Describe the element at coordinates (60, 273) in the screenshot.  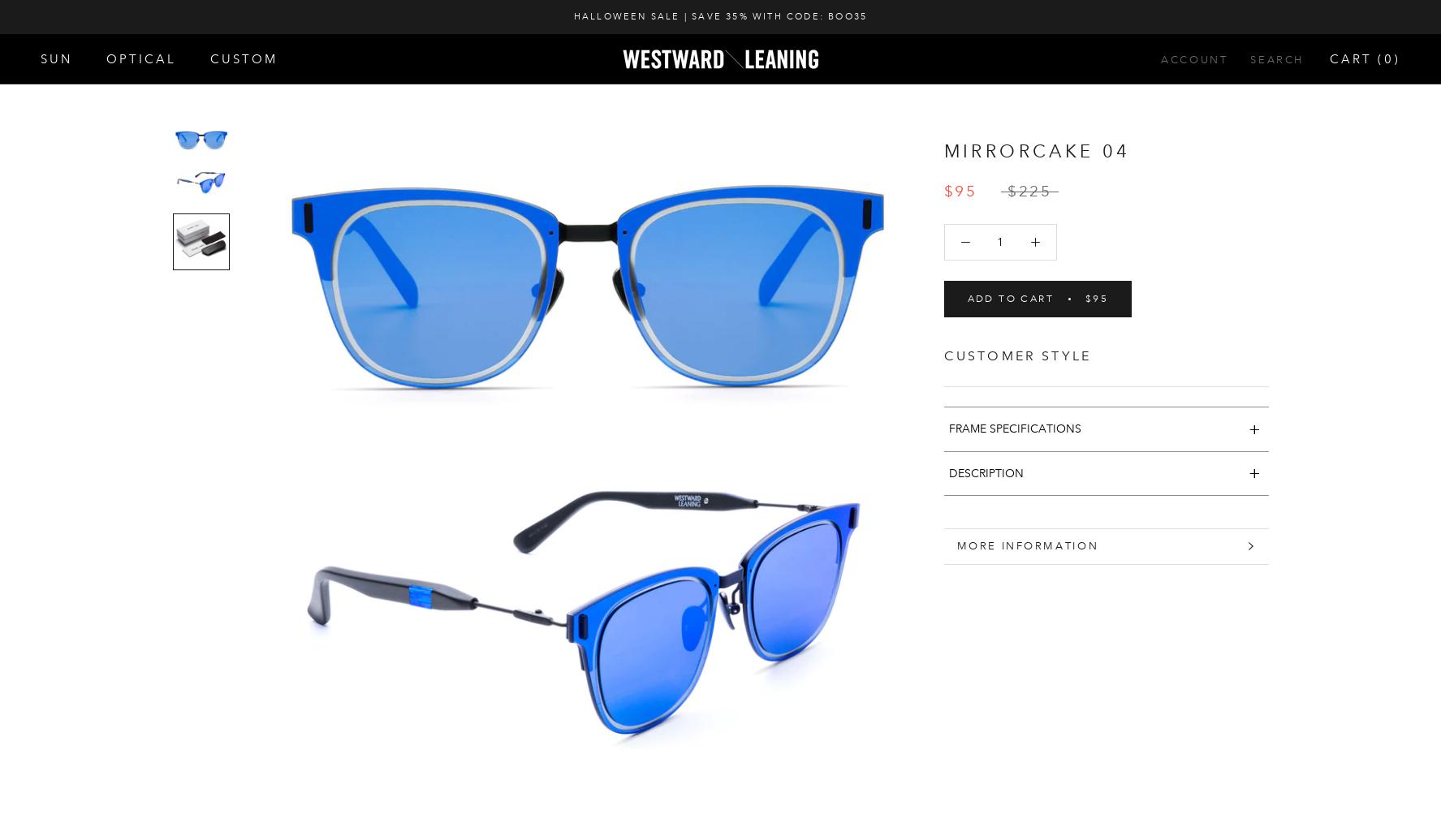
I see `'Sale'` at that location.